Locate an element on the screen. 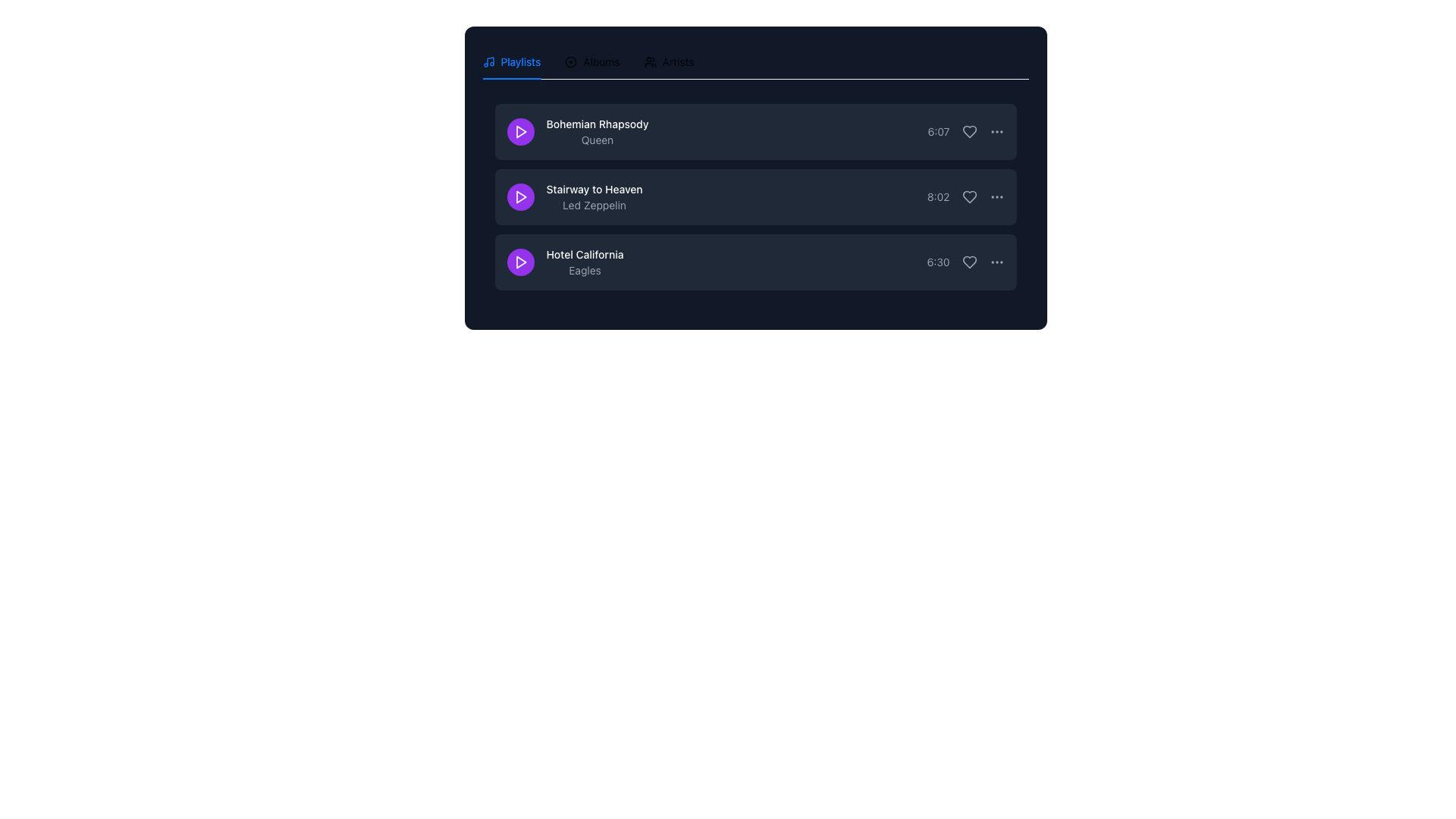 Image resolution: width=1456 pixels, height=819 pixels. the 'Artists' tab, which is the third tab in a horizontal tab group is located at coordinates (668, 61).